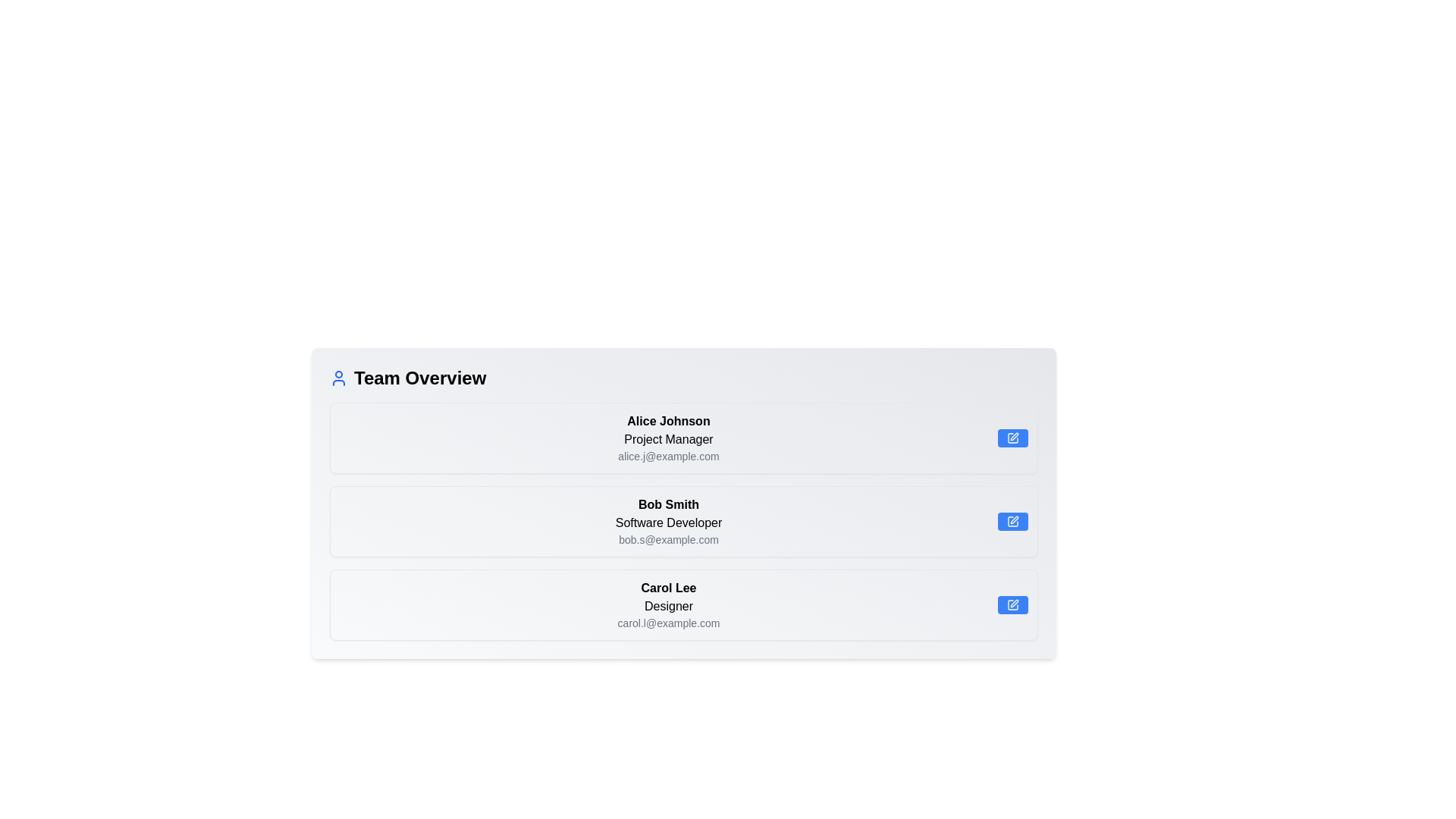 The image size is (1456, 819). I want to click on the small icon button with a pen graphic, located in the top-right corner of the first card in the 'Team Overview' section under 'Alice Johnson, Project Manager', so click(1012, 438).